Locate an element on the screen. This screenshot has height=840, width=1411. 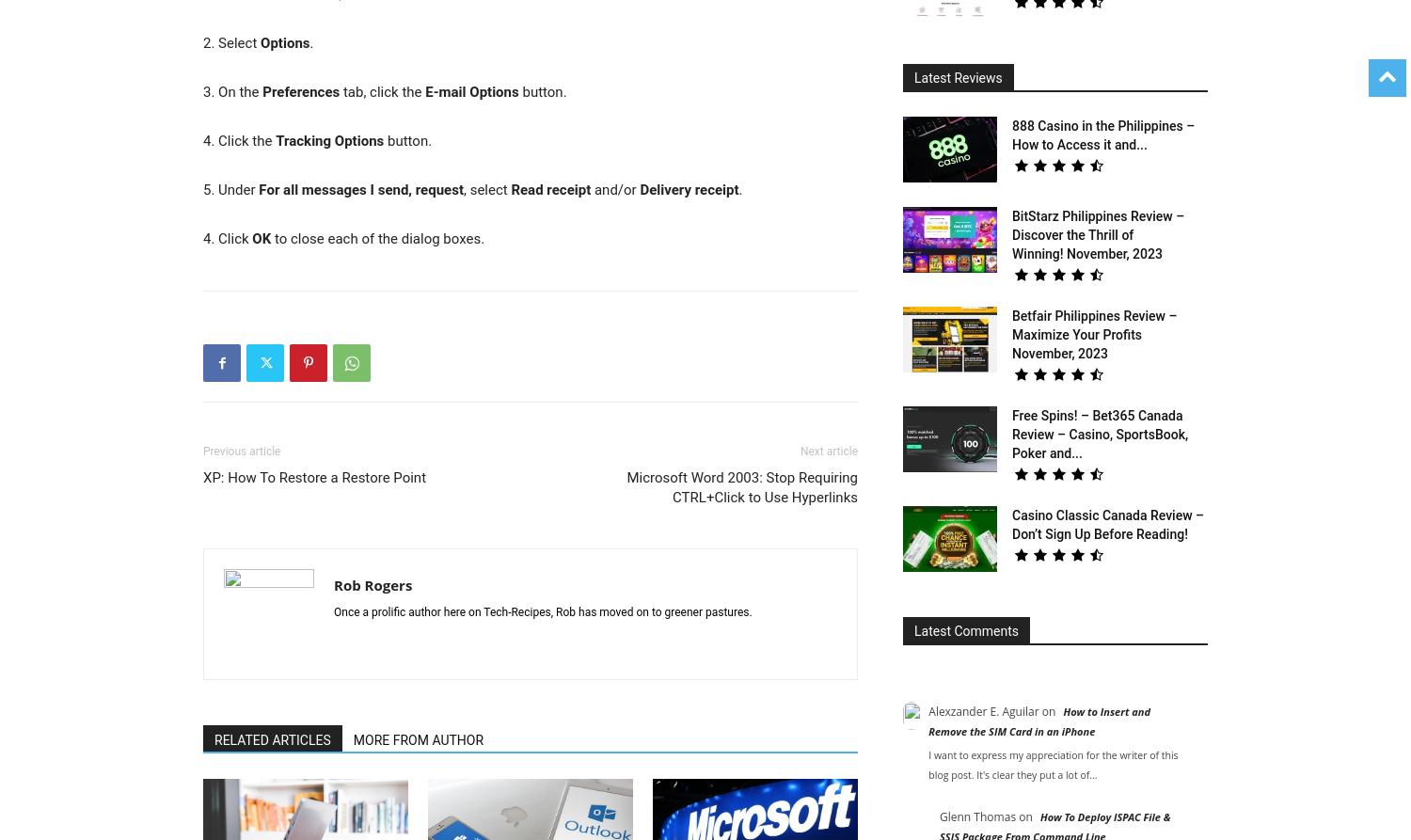
'Free Spins! – Bet365 Canada Review – Casino, SportsBook, Poker and...' is located at coordinates (1100, 434).